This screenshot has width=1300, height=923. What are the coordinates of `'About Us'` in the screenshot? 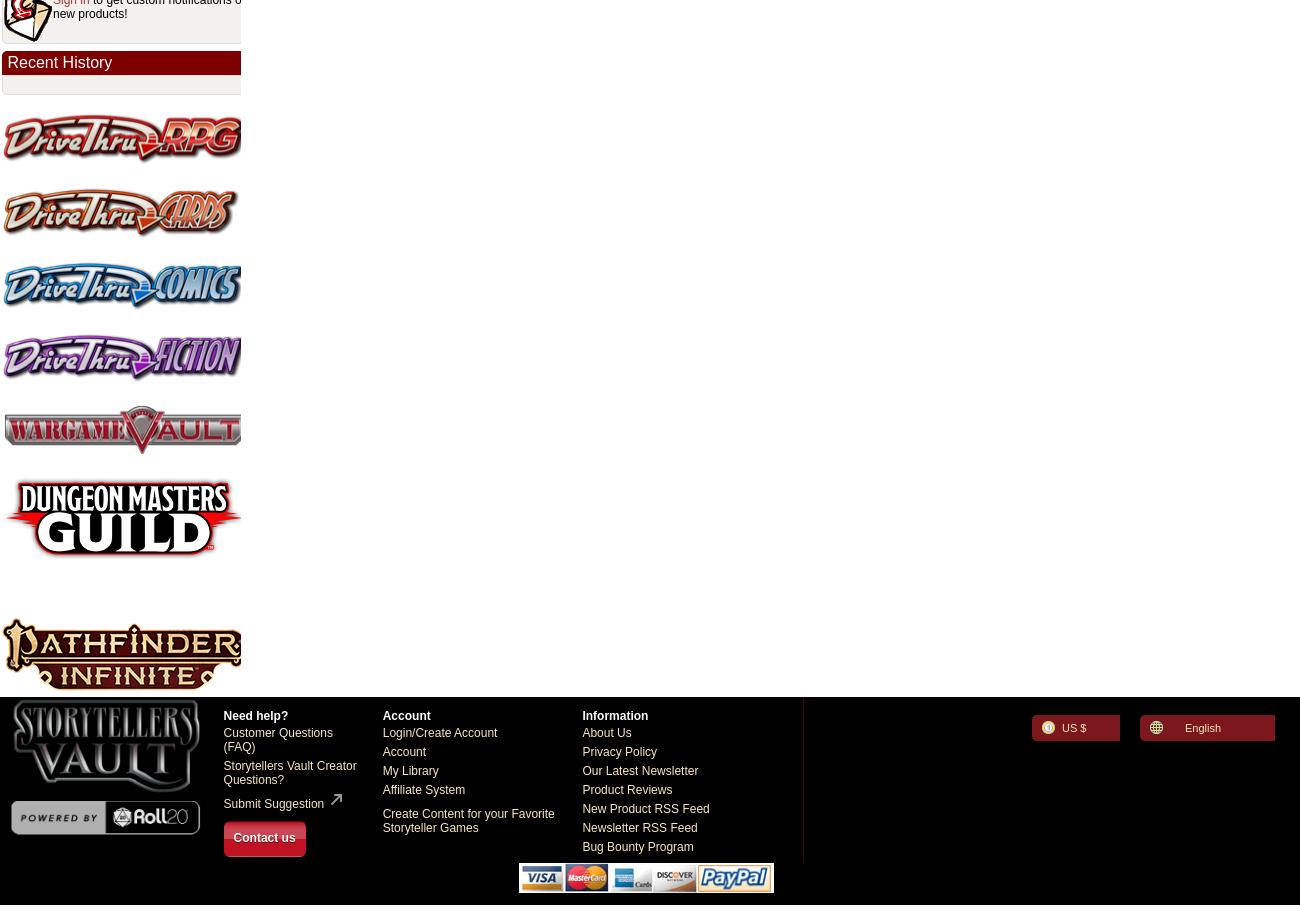 It's located at (606, 731).